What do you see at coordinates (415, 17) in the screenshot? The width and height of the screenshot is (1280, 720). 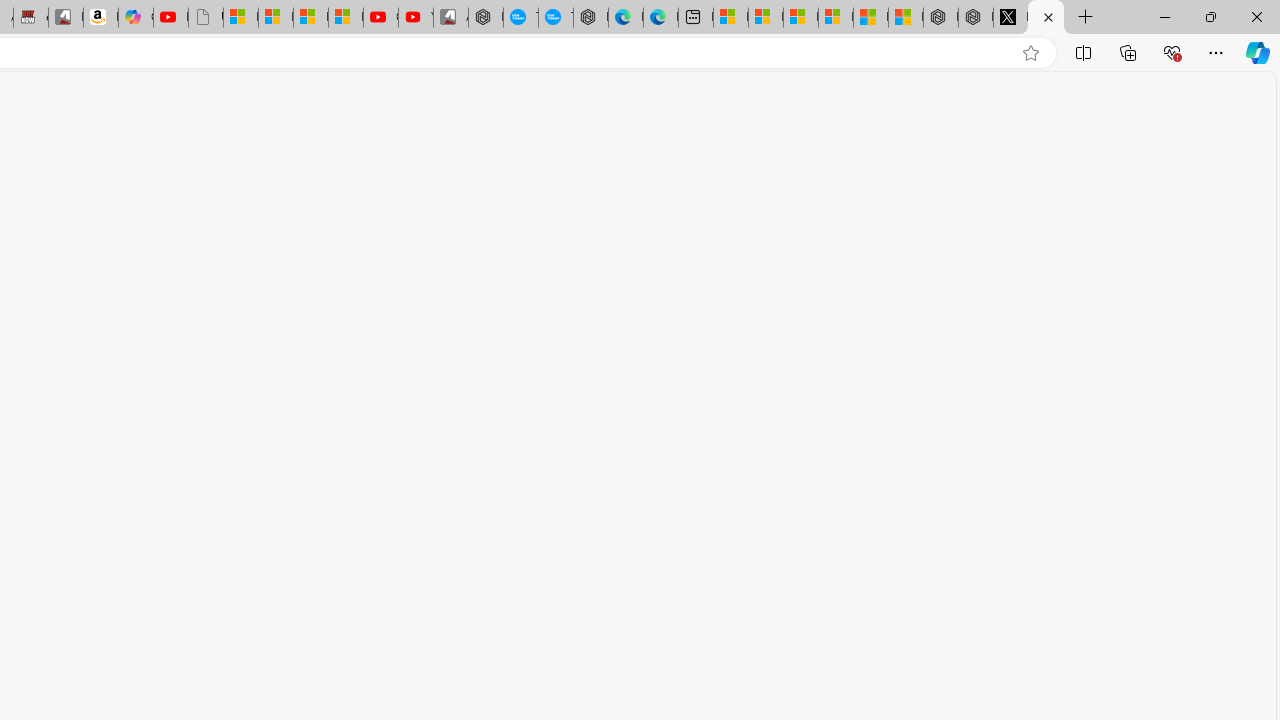 I see `'YouTube Kids - An App Created for Kids to Explore Content'` at bounding box center [415, 17].